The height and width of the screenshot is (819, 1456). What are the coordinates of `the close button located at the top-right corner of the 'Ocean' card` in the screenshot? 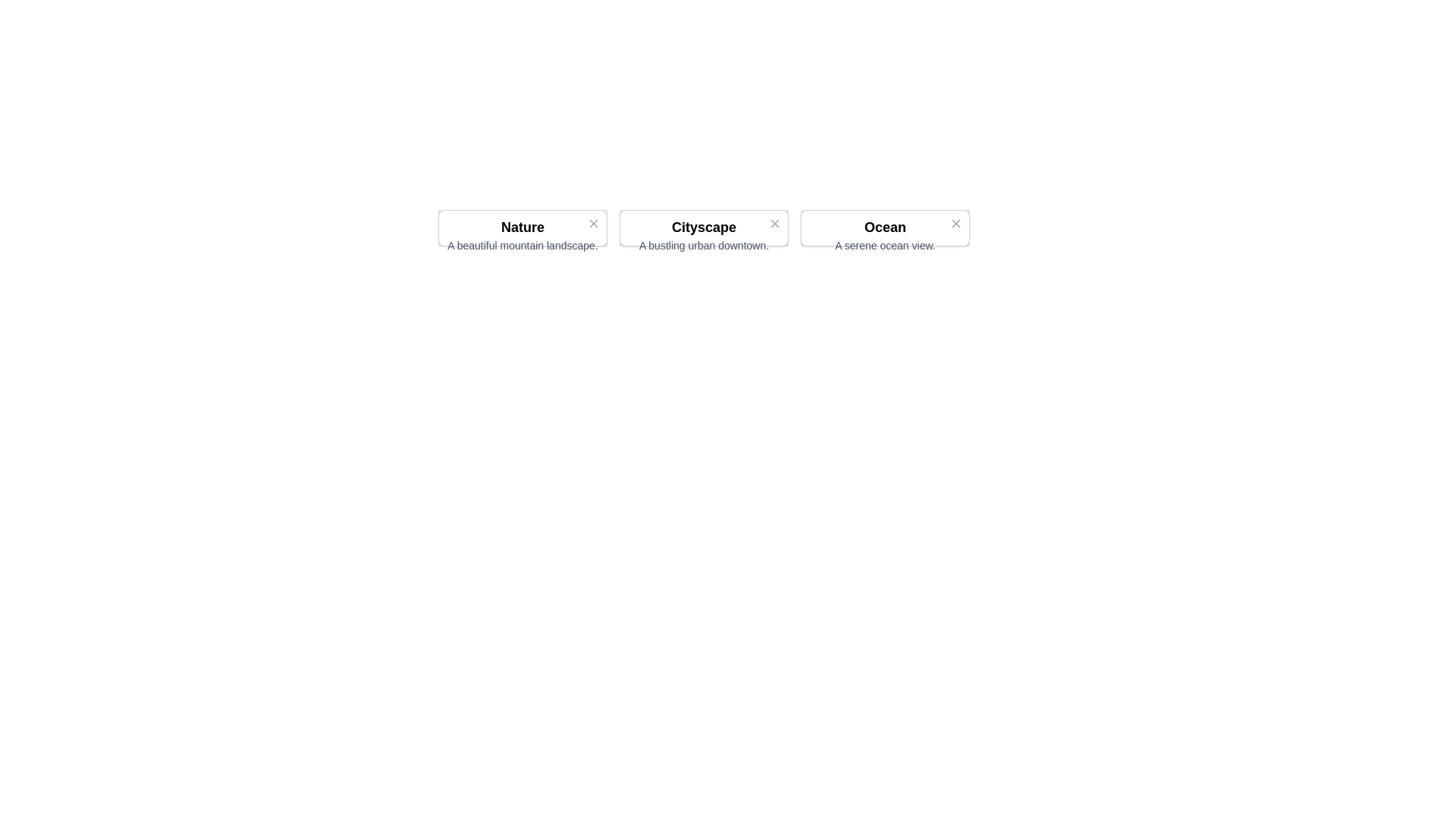 It's located at (955, 225).